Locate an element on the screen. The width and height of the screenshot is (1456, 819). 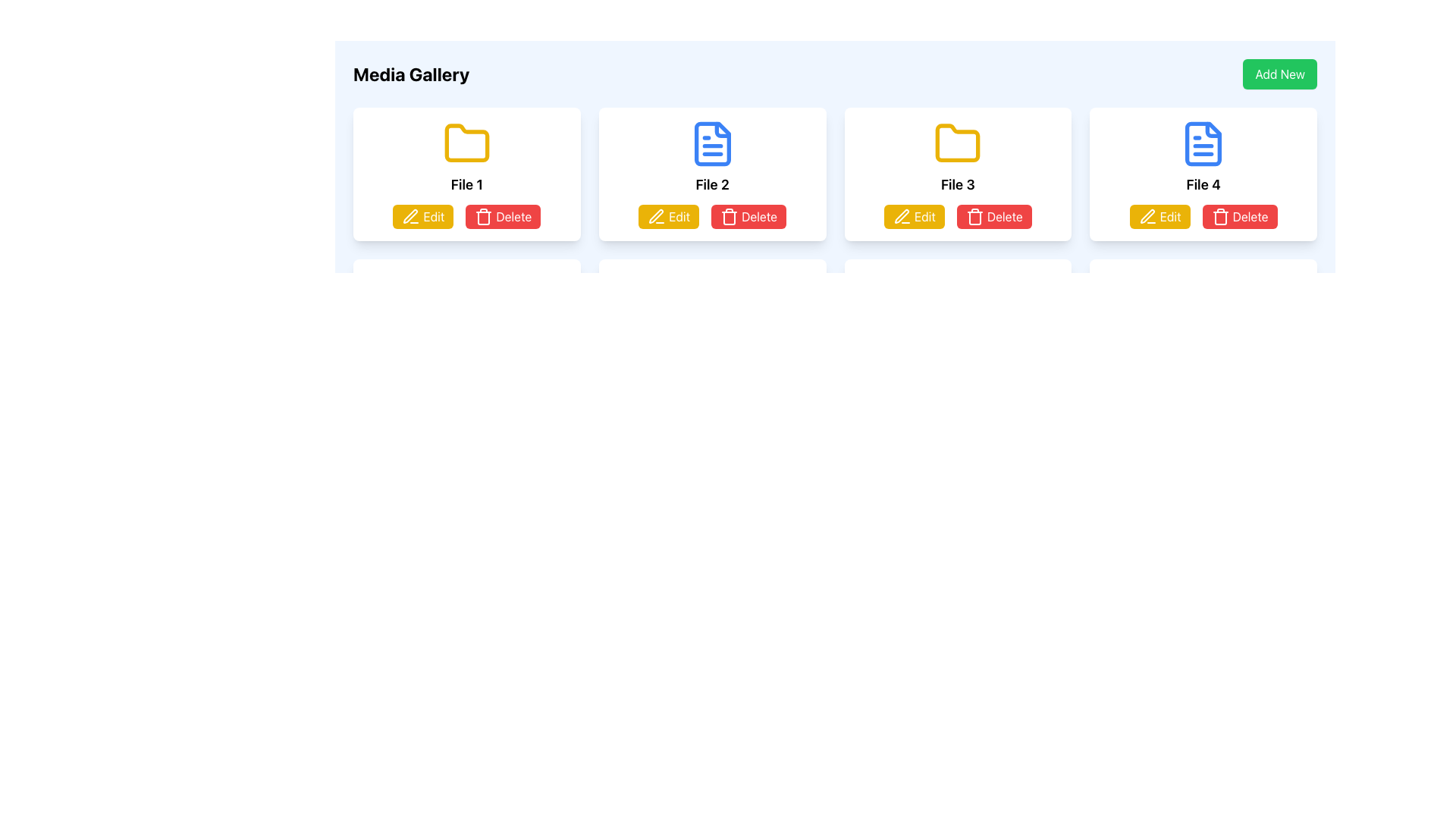
the decorative trash can icon within the delete button of the card labeled 'File 4', located at the bottom right of the card is located at coordinates (1220, 218).